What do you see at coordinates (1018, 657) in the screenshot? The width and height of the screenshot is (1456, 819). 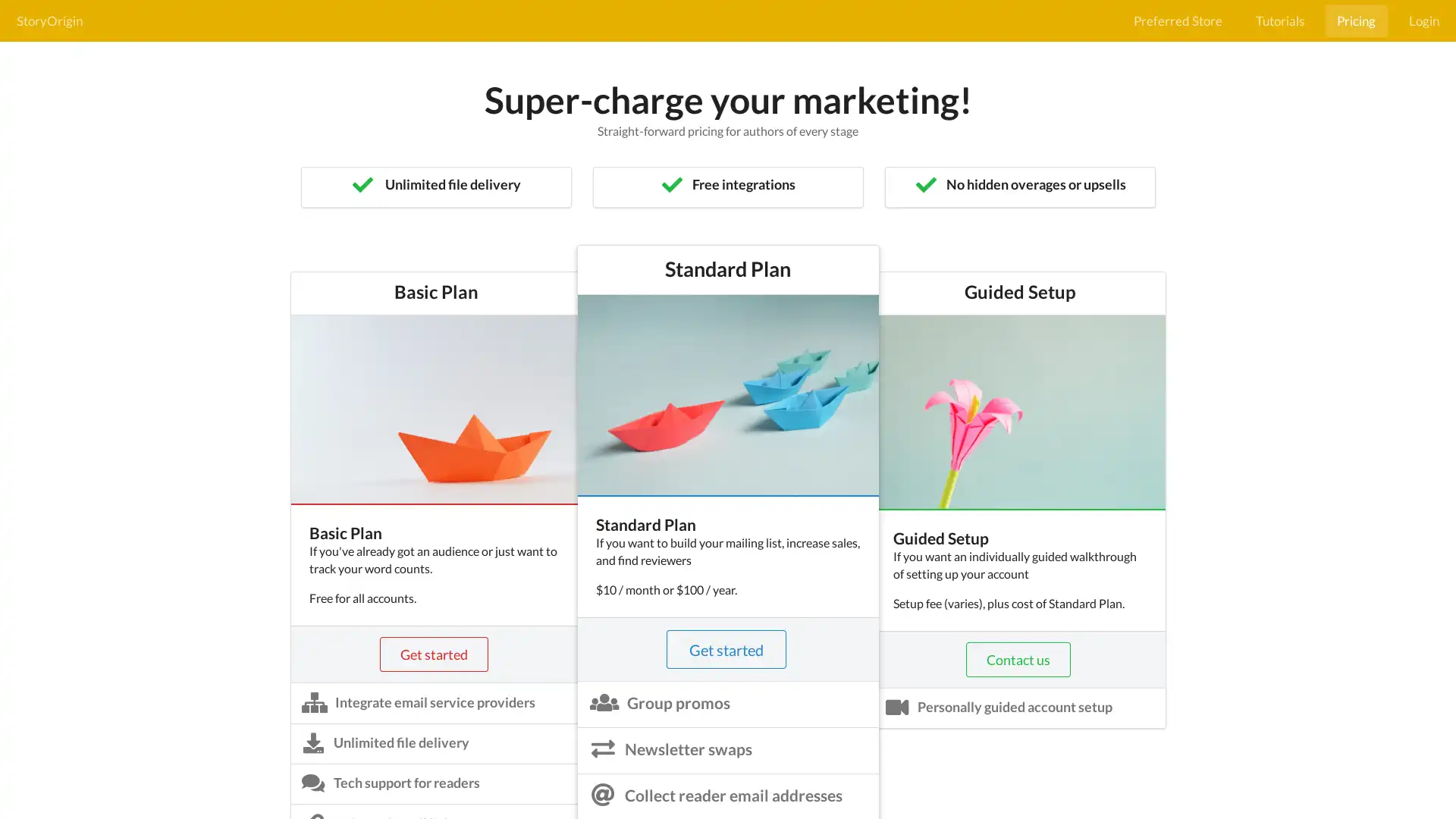 I see `Contact us` at bounding box center [1018, 657].